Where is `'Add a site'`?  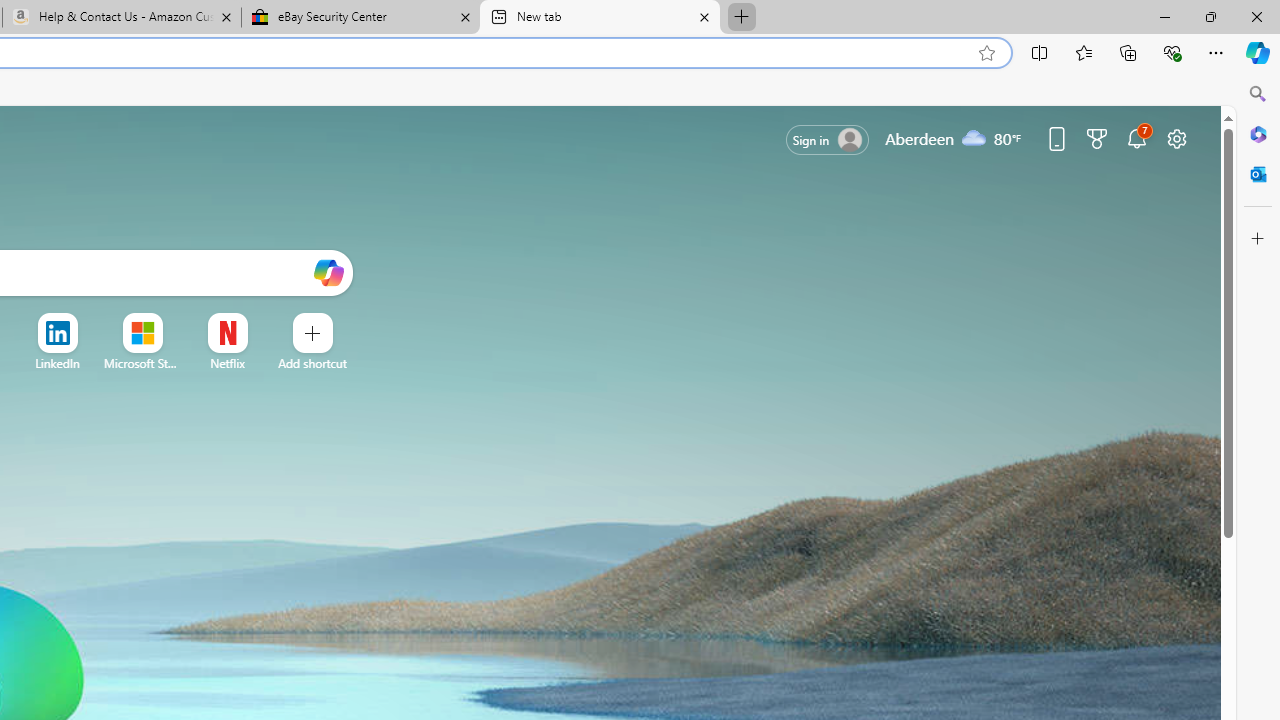 'Add a site' is located at coordinates (311, 363).